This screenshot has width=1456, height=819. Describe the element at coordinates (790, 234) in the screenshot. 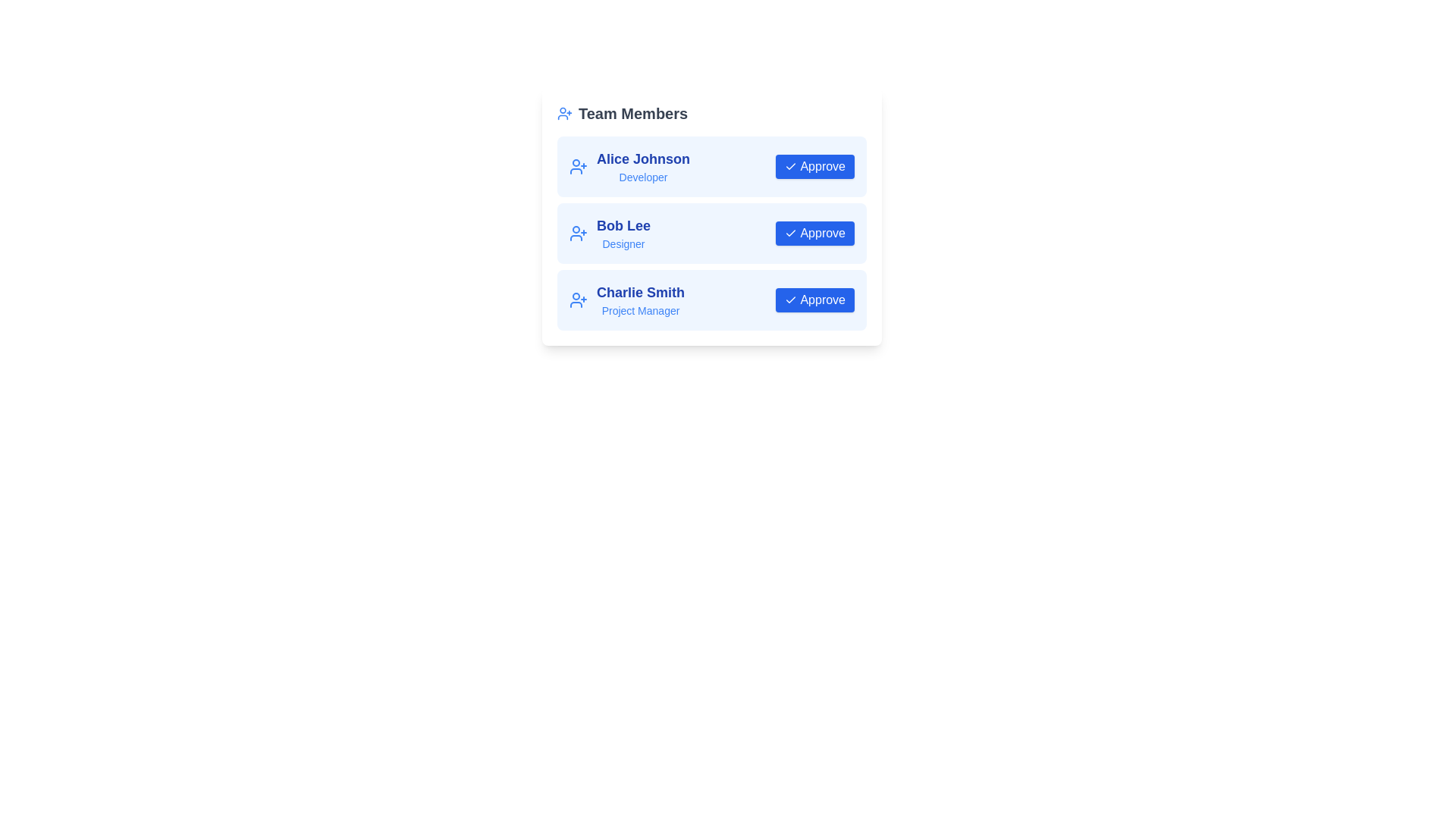

I see `the checkmark icon within the 'Approve' button associated with Bob Lee's profile` at that location.